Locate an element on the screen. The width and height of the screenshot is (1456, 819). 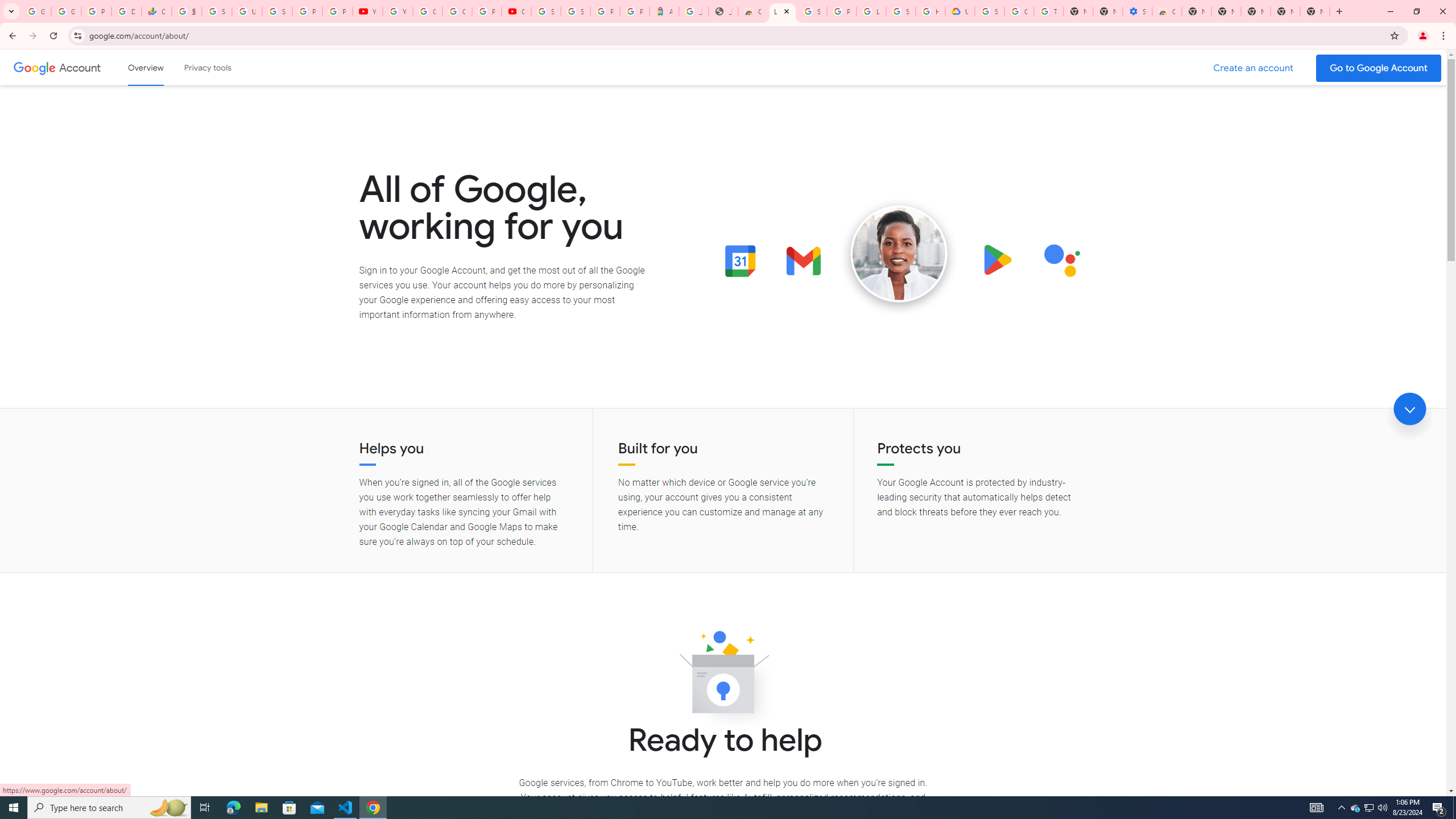
'Close' is located at coordinates (786, 11).